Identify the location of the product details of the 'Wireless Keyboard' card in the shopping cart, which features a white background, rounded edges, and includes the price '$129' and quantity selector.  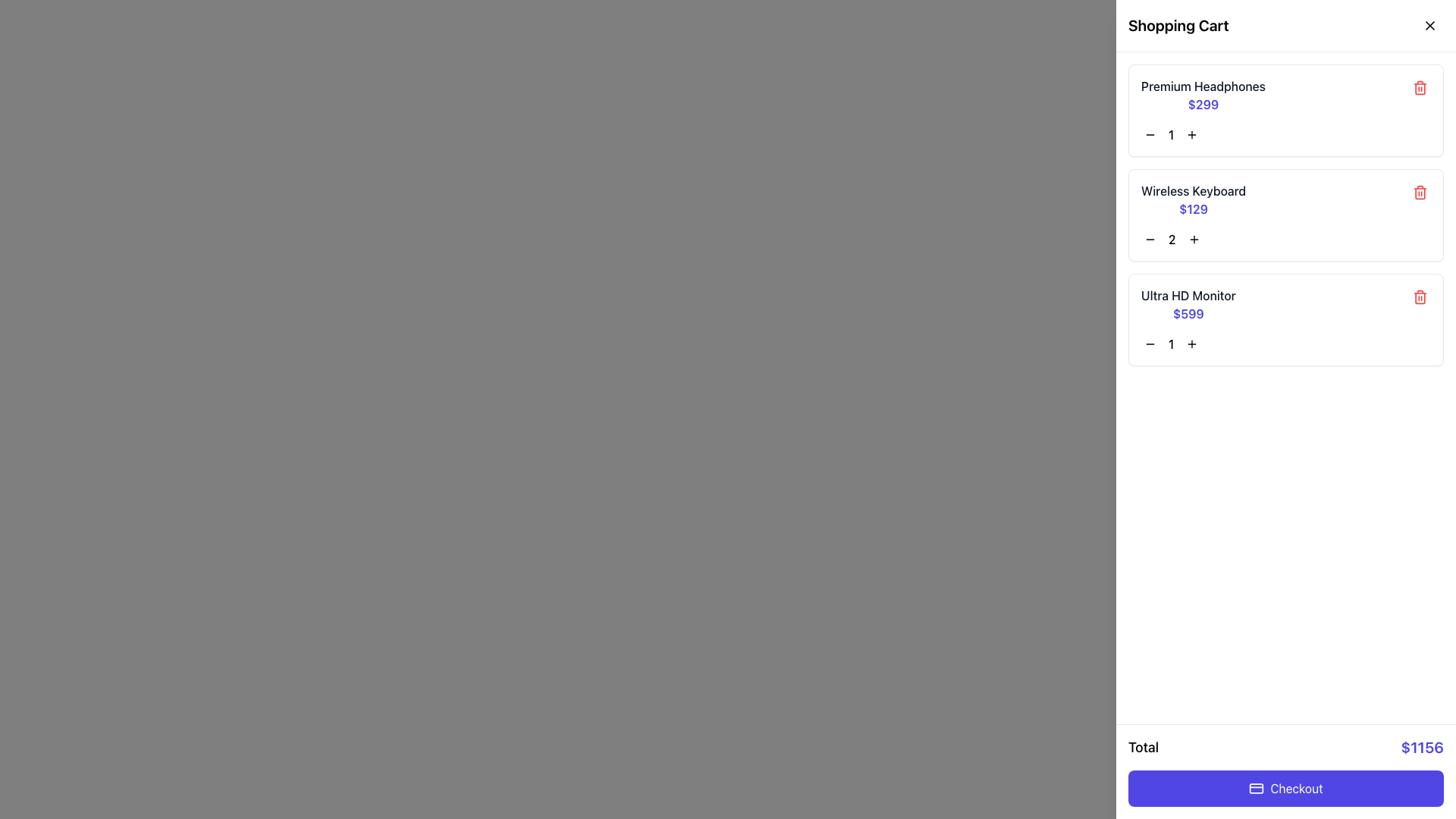
(1285, 215).